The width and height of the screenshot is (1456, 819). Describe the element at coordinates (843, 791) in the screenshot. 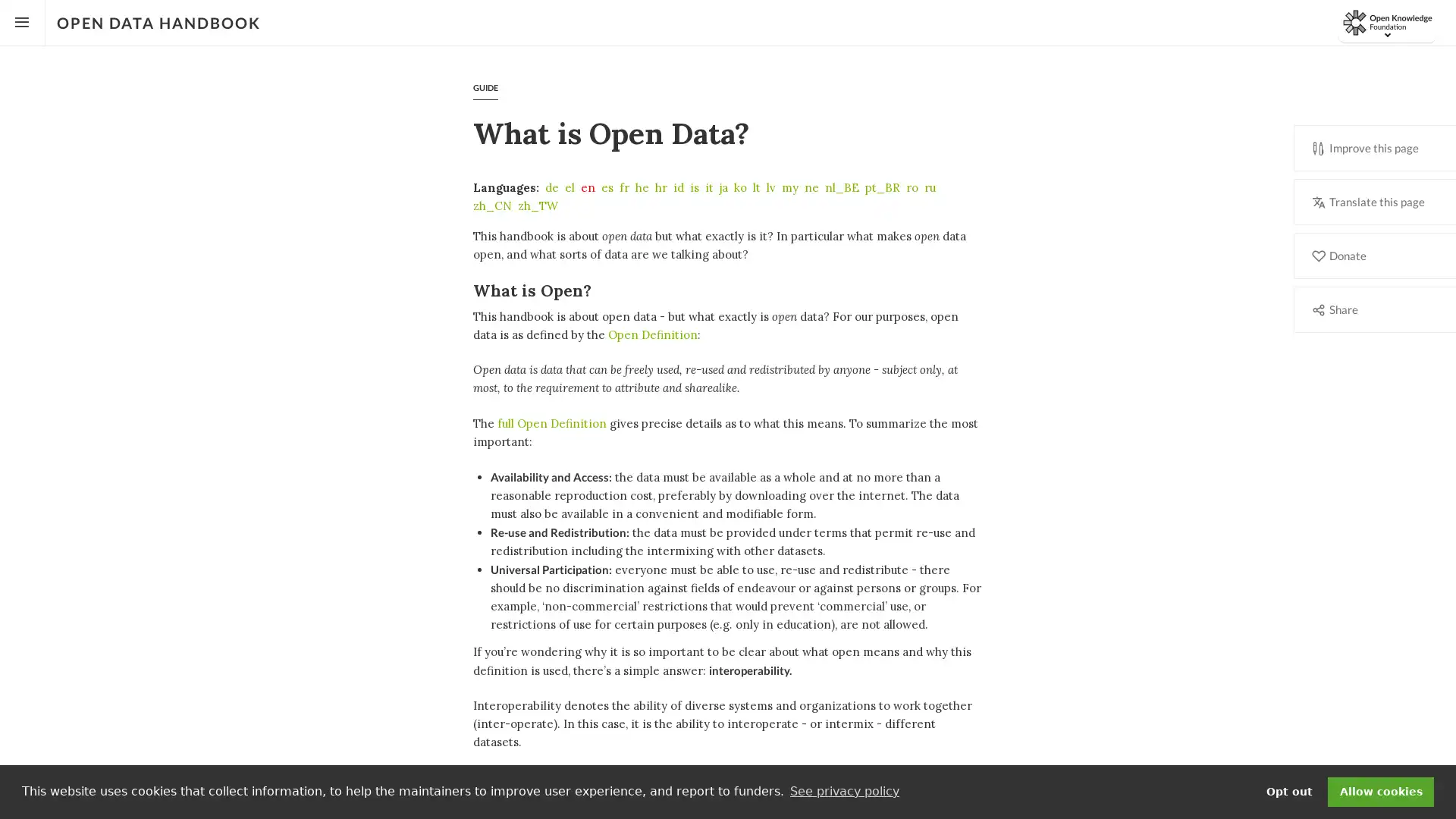

I see `learn more about cookies` at that location.